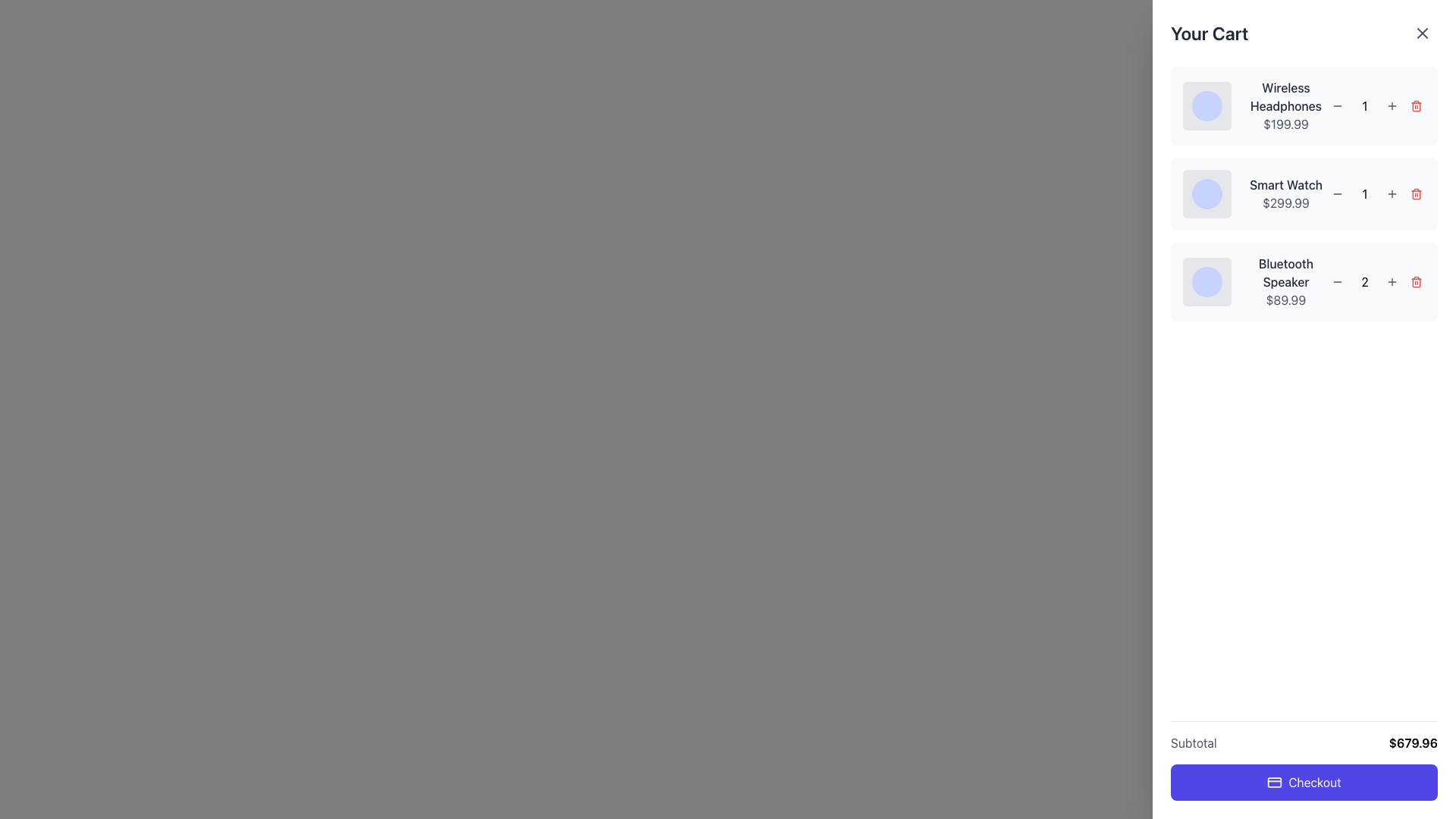 This screenshot has width=1456, height=819. I want to click on the text display element that shows 'Wireless Headphones' and the price '$199.99', which is the first item in the cart list, so click(1285, 105).